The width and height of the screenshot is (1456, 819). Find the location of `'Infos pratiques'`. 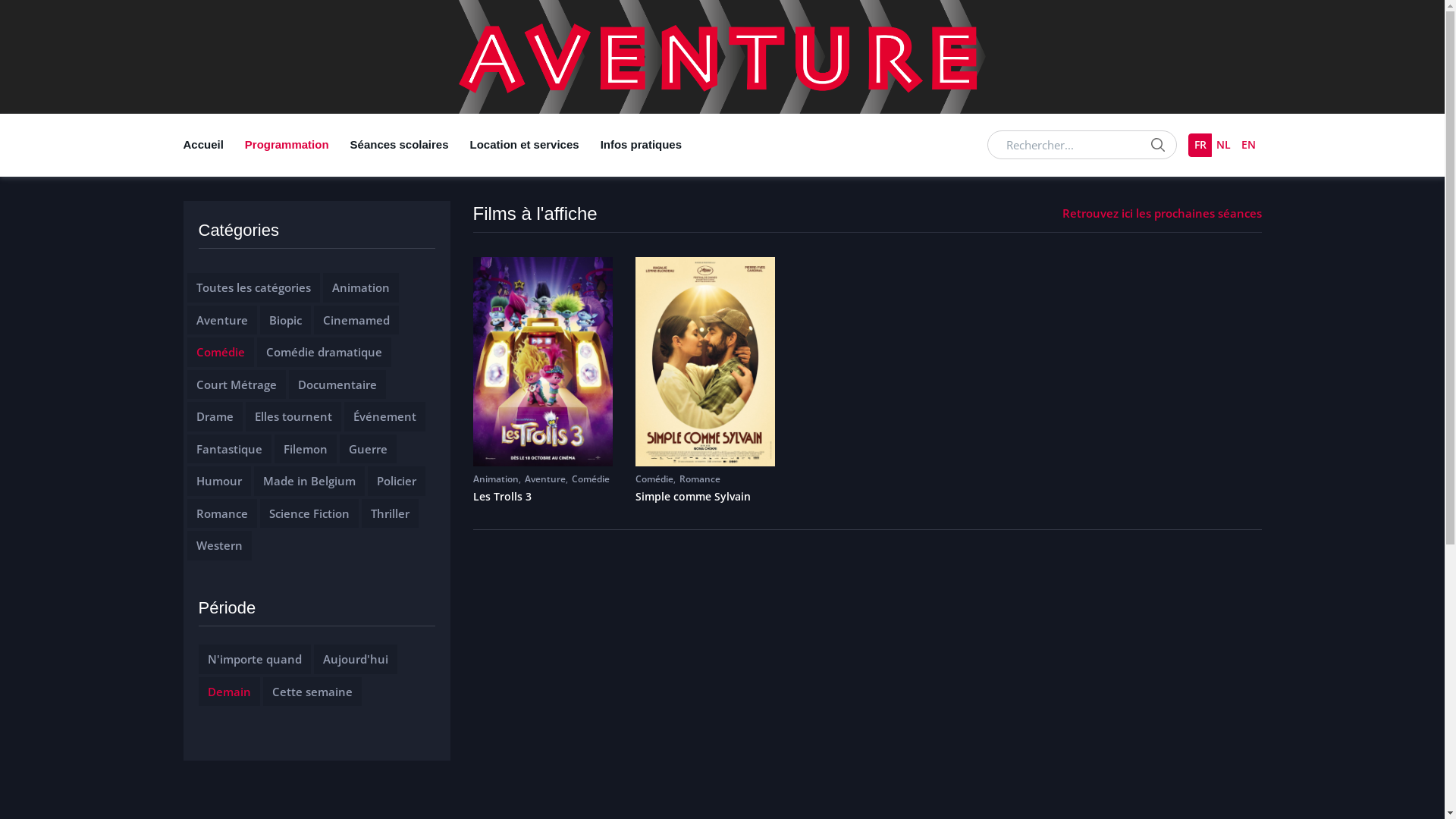

'Infos pratiques' is located at coordinates (588, 145).